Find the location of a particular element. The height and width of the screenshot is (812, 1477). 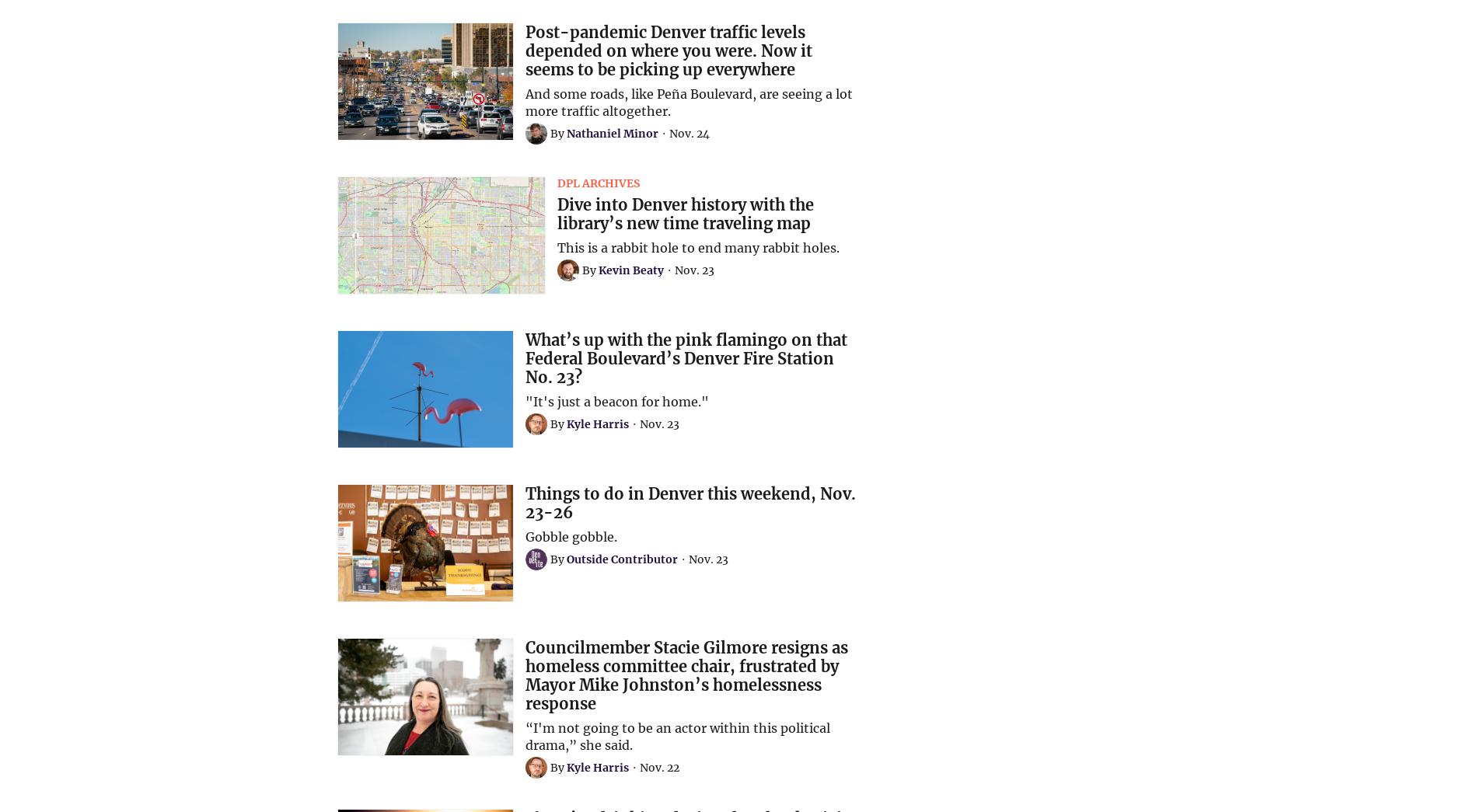

'Nov. 22' is located at coordinates (658, 768).